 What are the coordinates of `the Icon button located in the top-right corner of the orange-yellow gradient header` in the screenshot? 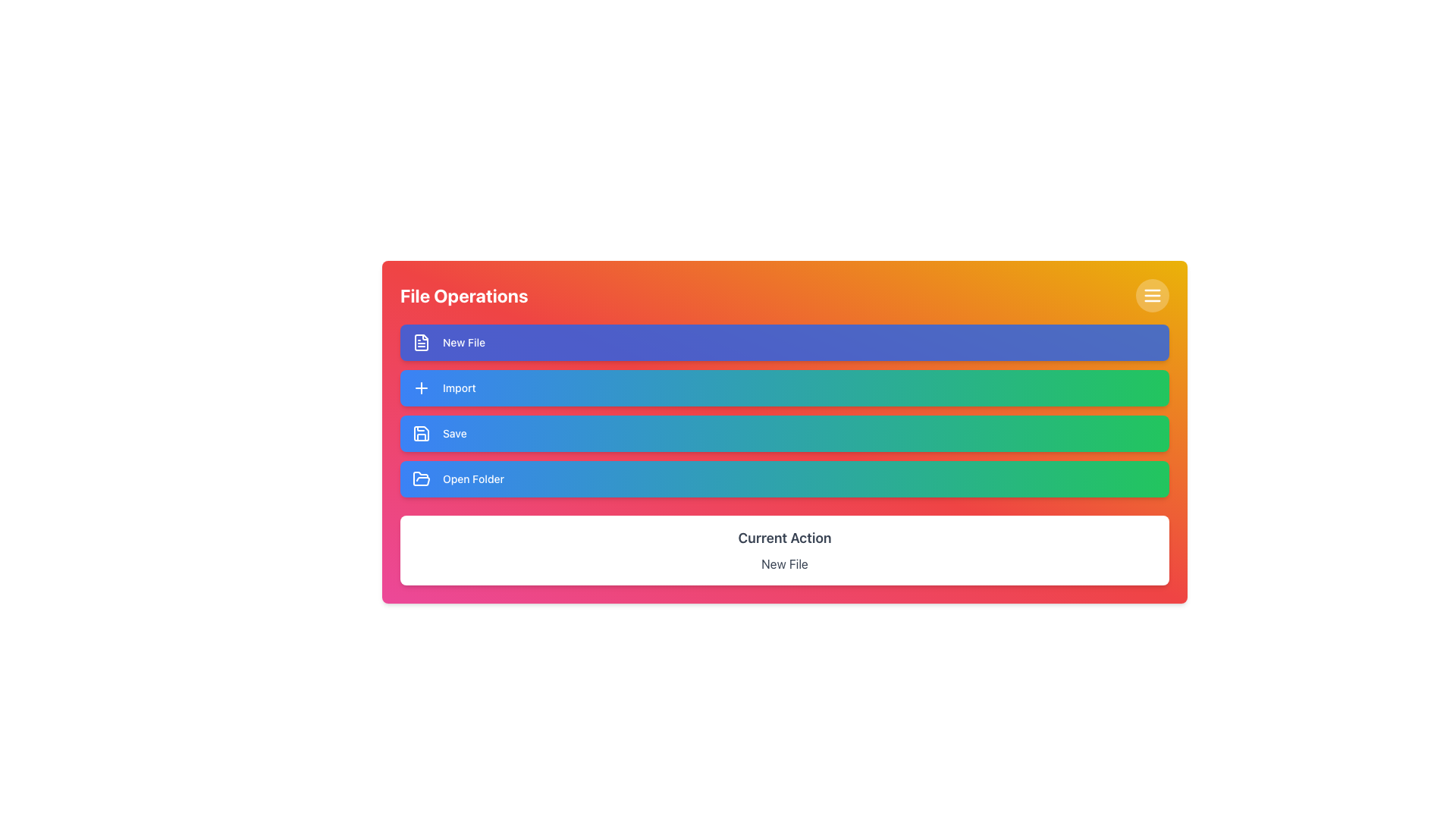 It's located at (1153, 295).